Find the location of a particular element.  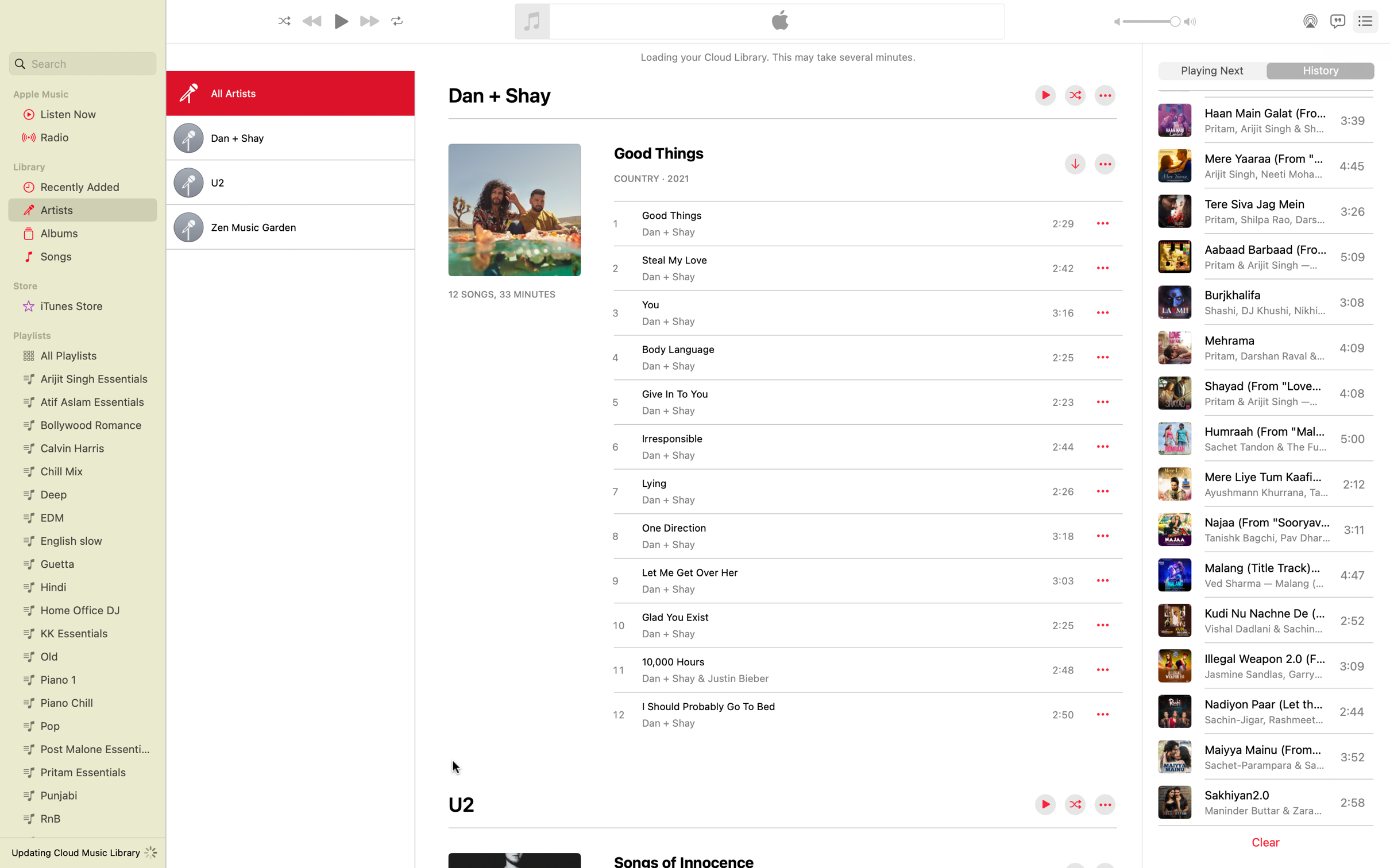

the extra settings for the track titled "You is located at coordinates (1101, 313).